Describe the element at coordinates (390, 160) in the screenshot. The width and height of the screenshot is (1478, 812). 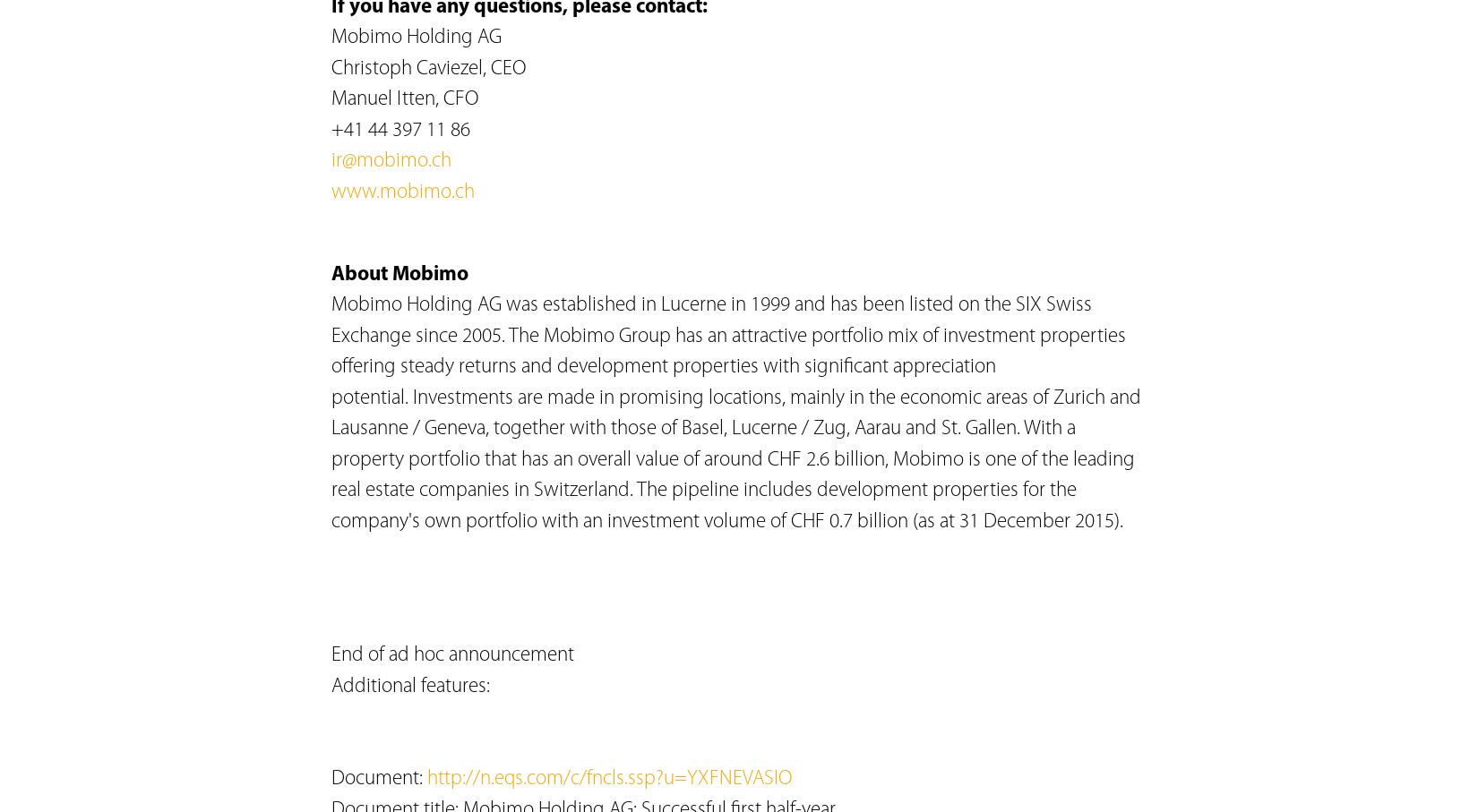
I see `'ir@mobimo.ch'` at that location.